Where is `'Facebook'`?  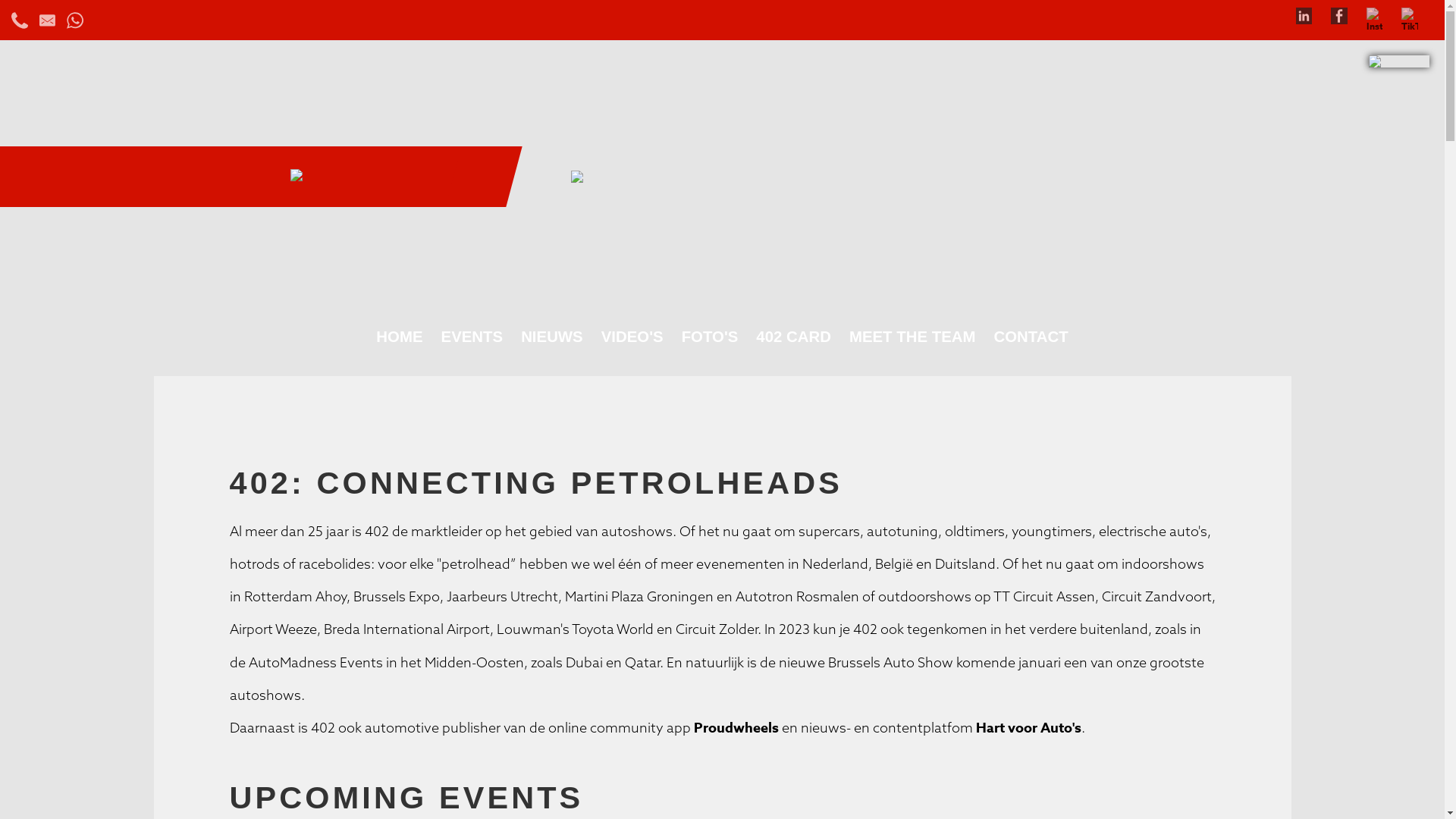 'Facebook' is located at coordinates (1339, 14).